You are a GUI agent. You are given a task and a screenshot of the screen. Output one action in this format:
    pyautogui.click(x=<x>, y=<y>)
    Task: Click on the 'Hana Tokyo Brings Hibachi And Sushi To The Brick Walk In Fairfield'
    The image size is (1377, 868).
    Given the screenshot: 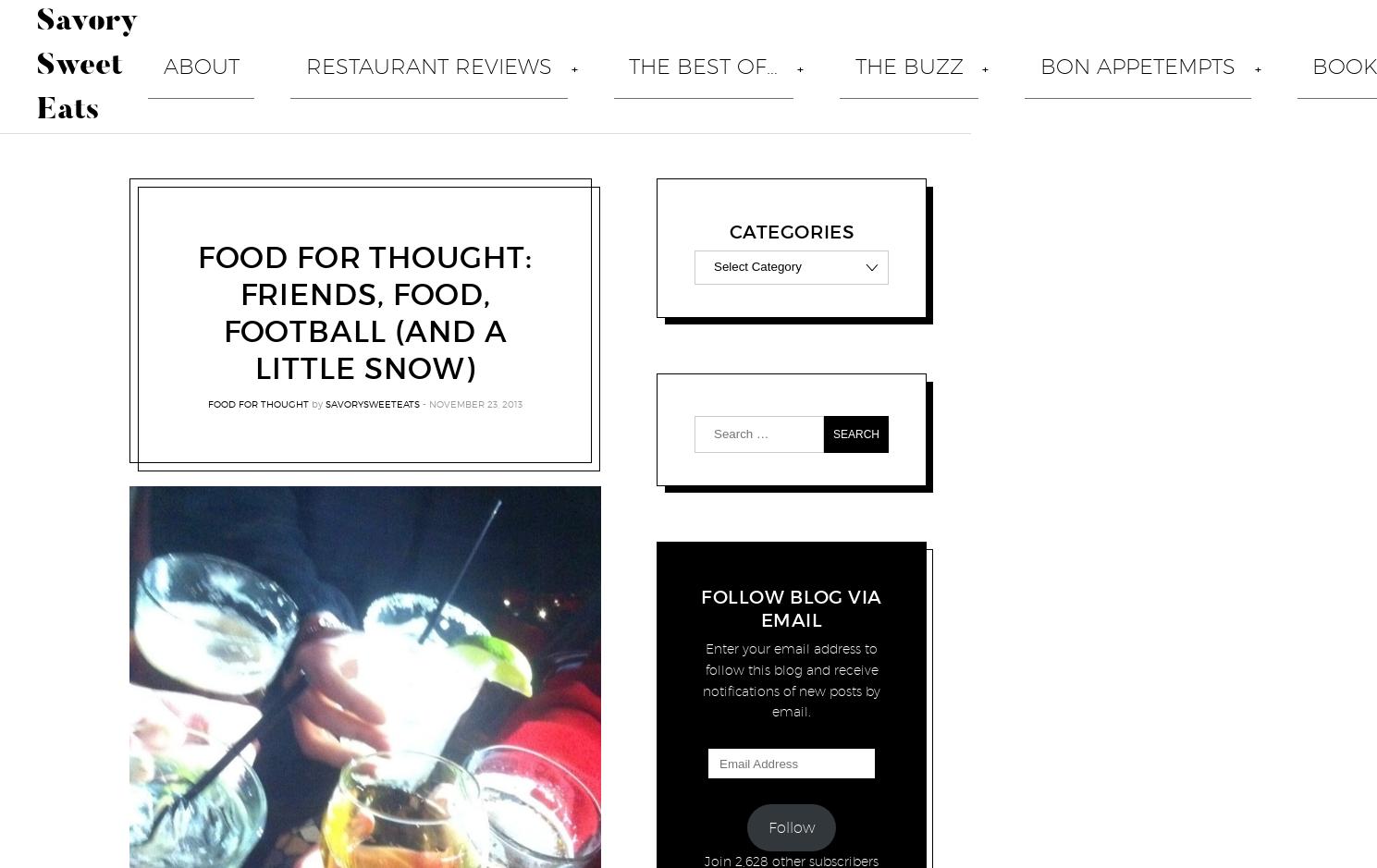 What is the action you would take?
    pyautogui.click(x=265, y=443)
    